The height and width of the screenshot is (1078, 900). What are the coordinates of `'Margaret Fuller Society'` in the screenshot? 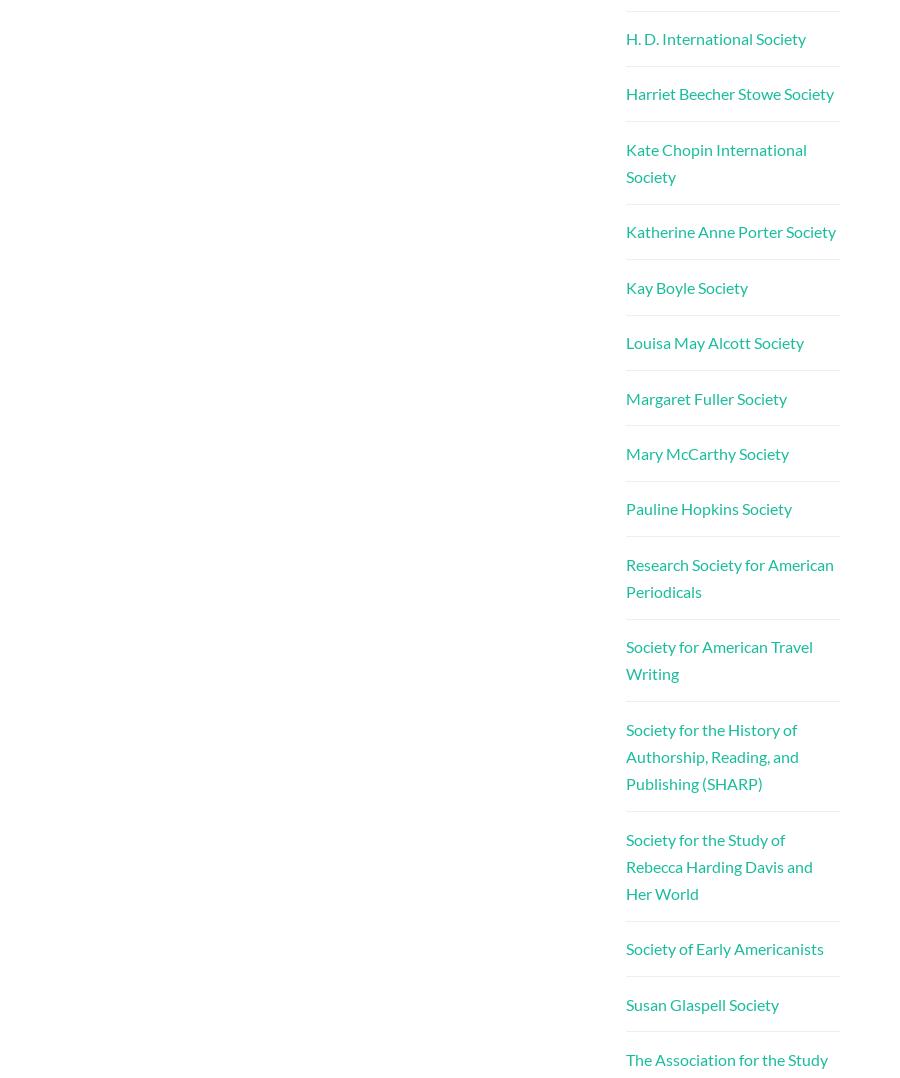 It's located at (624, 396).